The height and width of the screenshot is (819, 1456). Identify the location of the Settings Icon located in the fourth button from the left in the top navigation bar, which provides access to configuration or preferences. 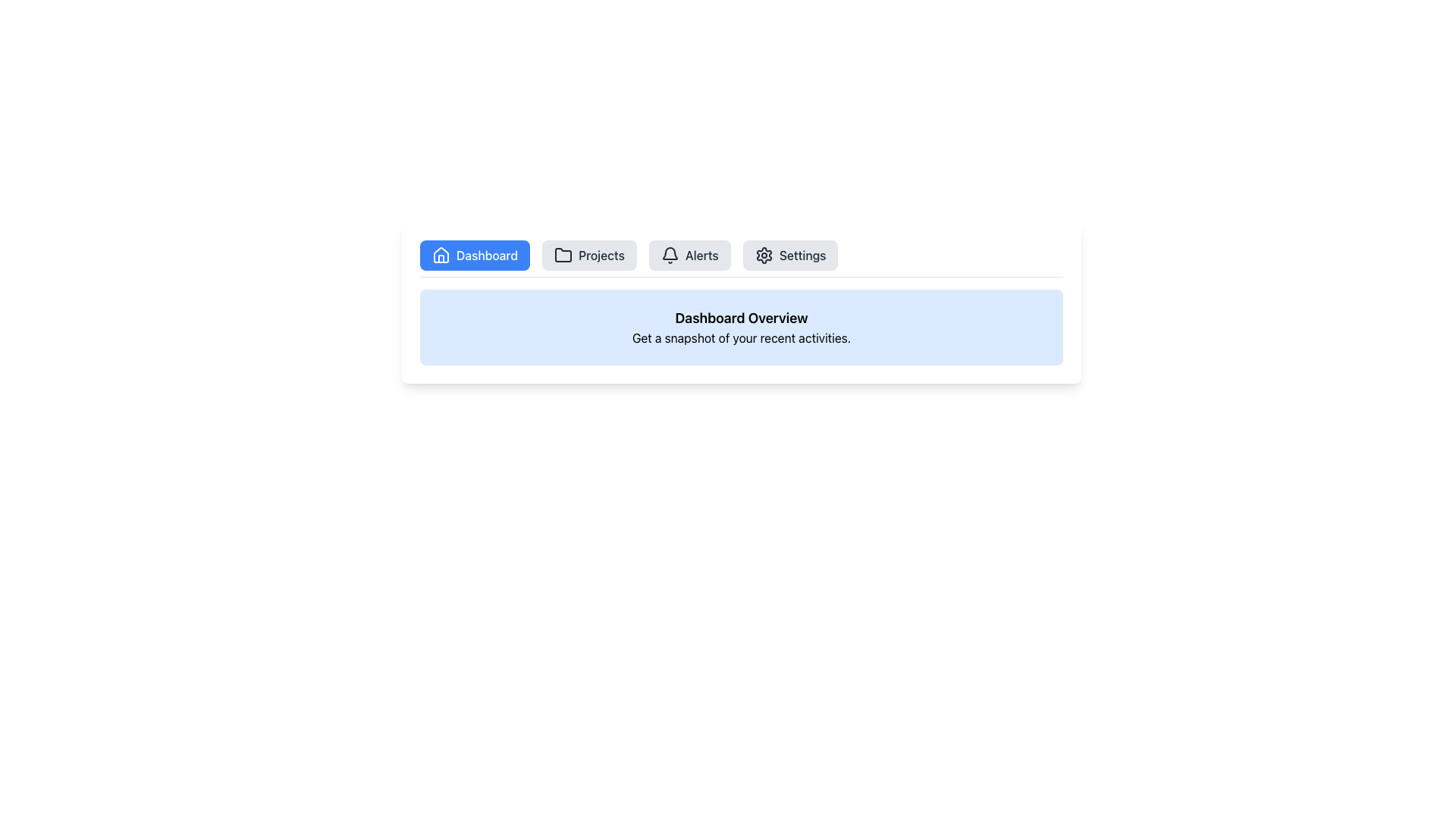
(764, 254).